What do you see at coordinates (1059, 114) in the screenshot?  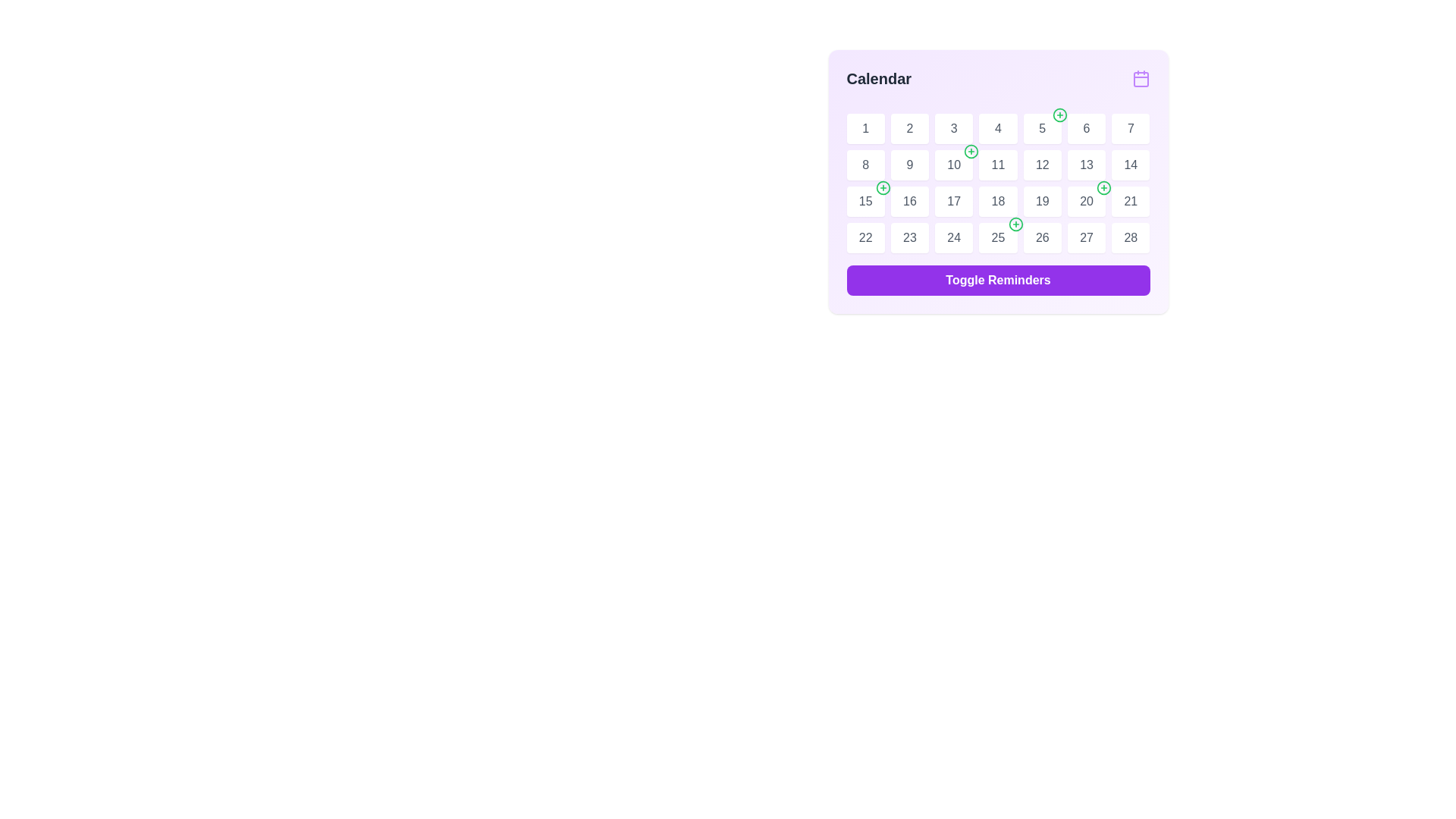 I see `the green circular add icon with a plus symbol located in the calendar grid for the date 5` at bounding box center [1059, 114].